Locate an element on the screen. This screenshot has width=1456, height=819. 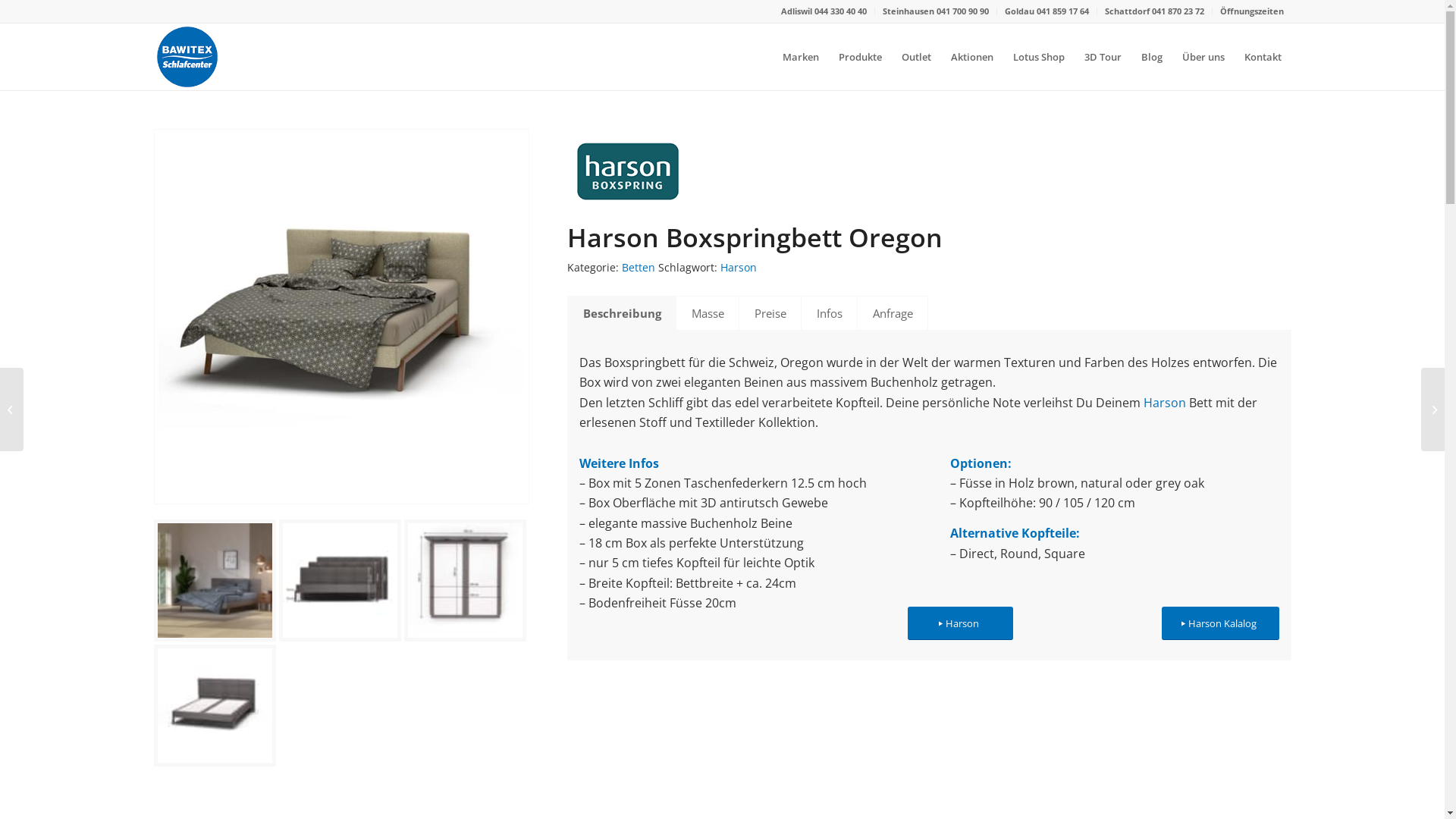
'Markenlogo' is located at coordinates (566, 170).